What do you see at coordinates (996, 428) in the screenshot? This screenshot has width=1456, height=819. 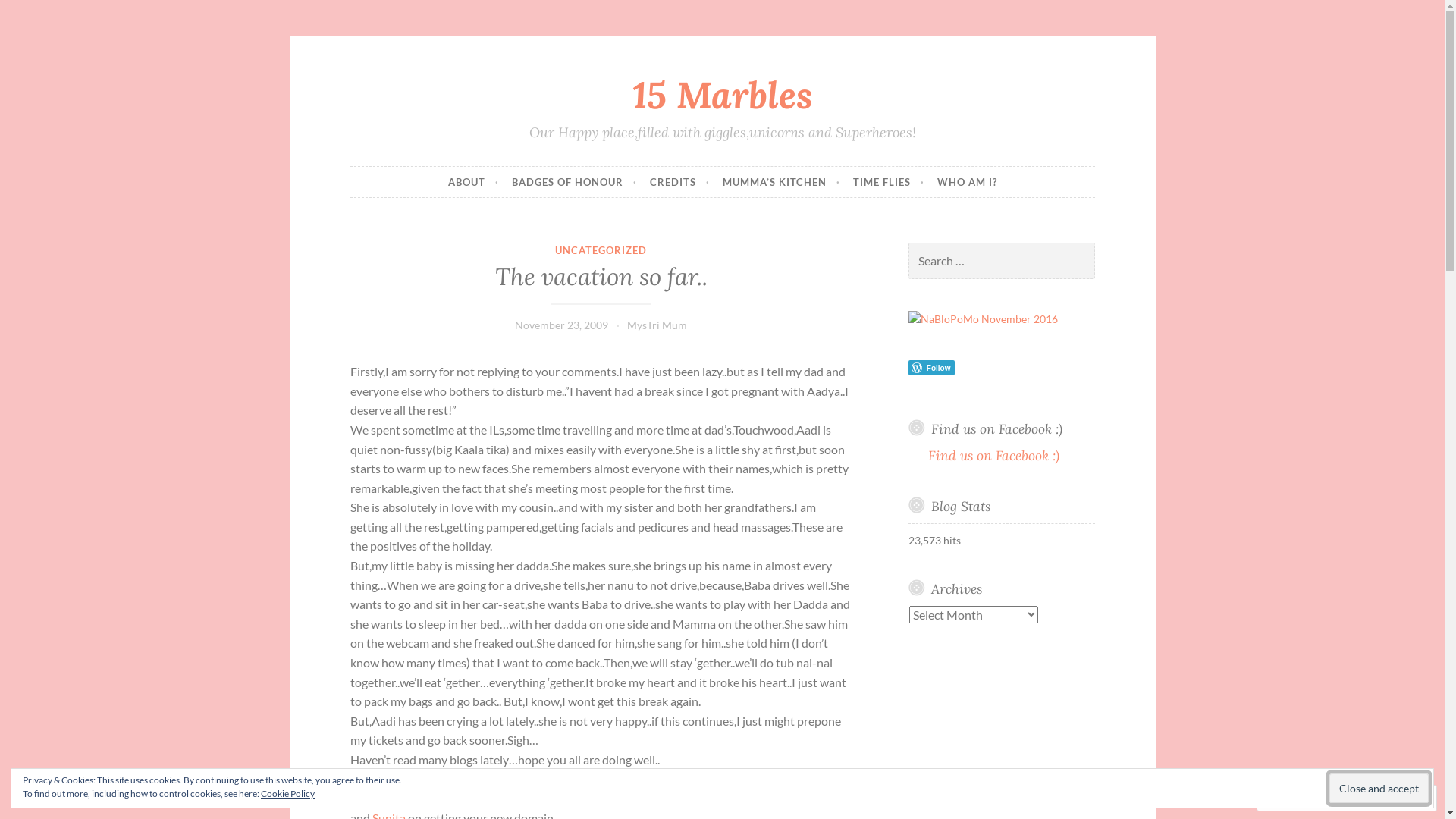 I see `'Find us on Facebook :)'` at bounding box center [996, 428].